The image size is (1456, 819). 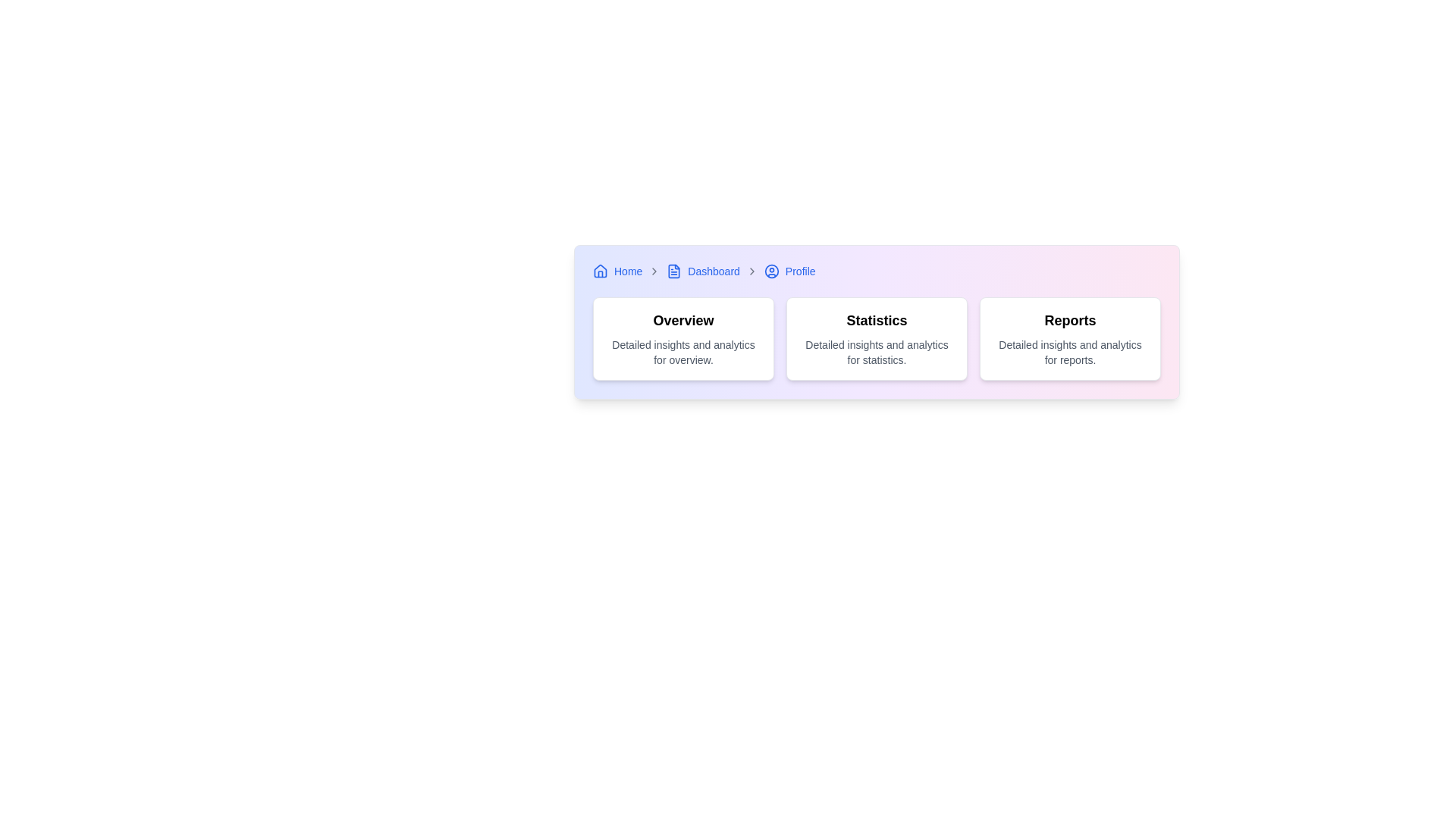 What do you see at coordinates (877, 338) in the screenshot?
I see `the 'Statistics' informational card, which is the second in a group of three horizontally arranged cards, positioned between the 'Overview' and 'Reports' cards` at bounding box center [877, 338].